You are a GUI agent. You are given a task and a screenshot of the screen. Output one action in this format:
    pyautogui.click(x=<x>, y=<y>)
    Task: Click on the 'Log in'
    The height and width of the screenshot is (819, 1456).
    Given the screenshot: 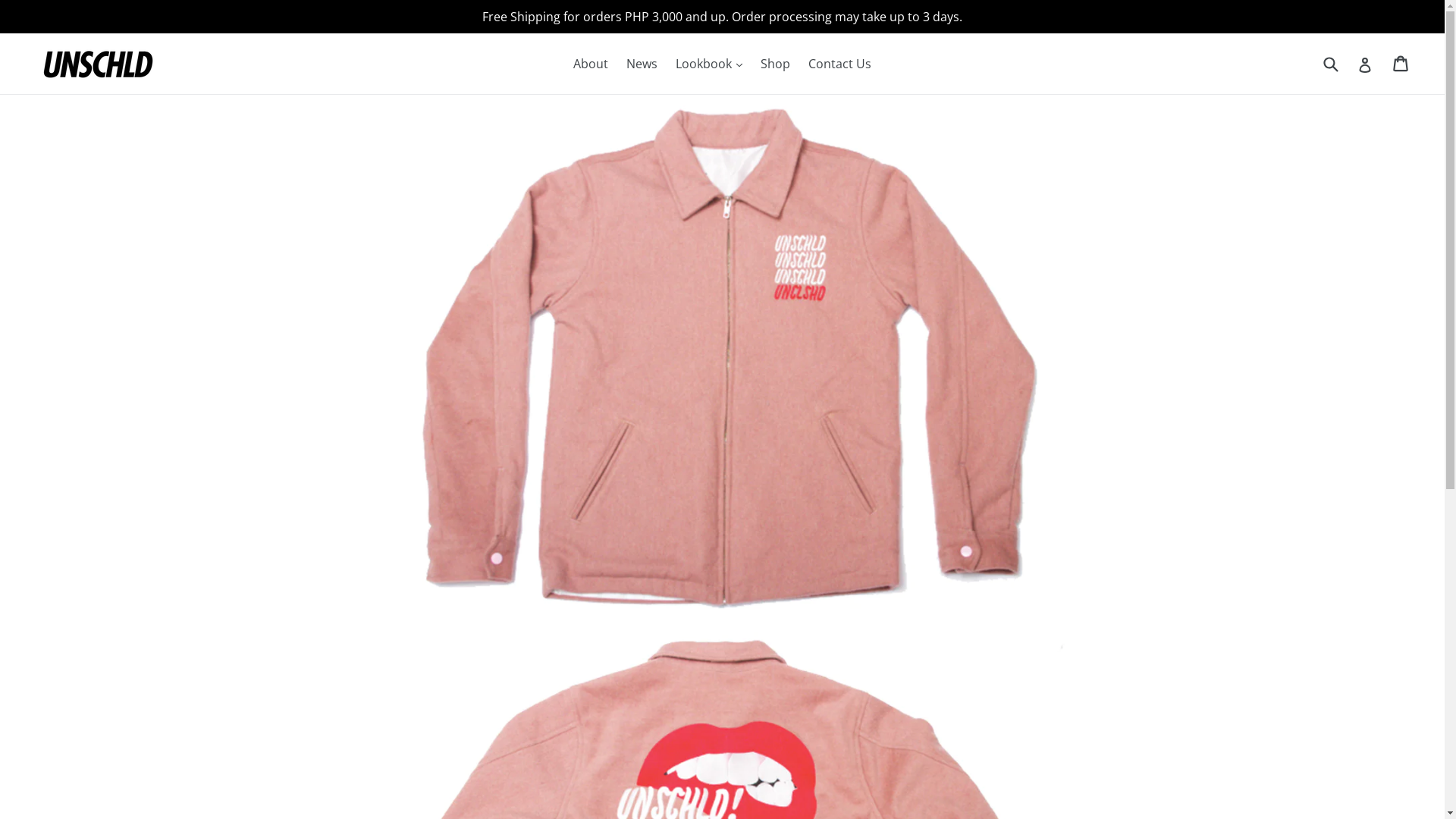 What is the action you would take?
    pyautogui.click(x=1357, y=63)
    